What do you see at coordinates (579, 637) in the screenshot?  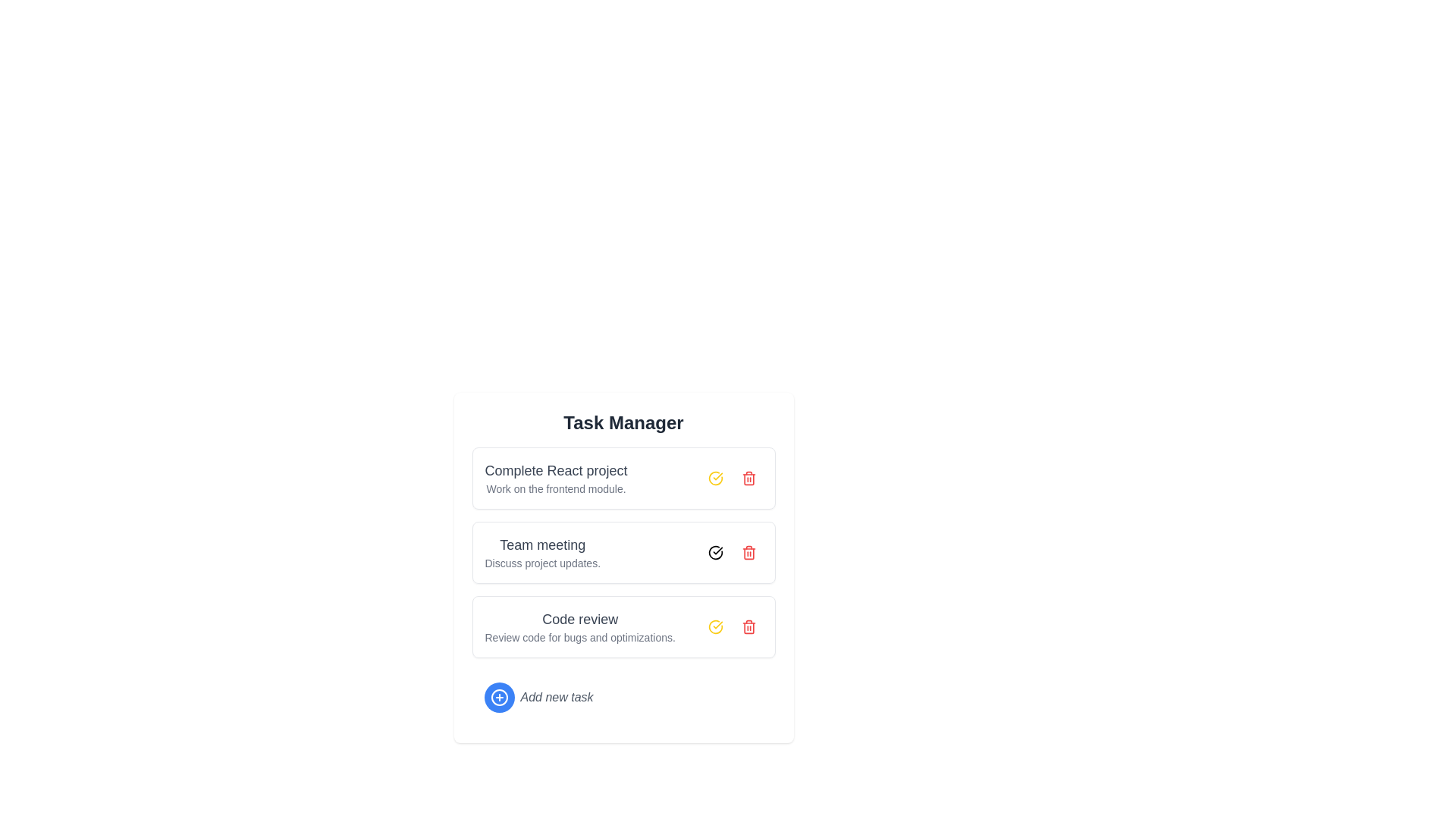 I see `the text label that says 'Review code for bugs and optimizations.' located below the heading 'Code review' in the 'Task Manager' application` at bounding box center [579, 637].